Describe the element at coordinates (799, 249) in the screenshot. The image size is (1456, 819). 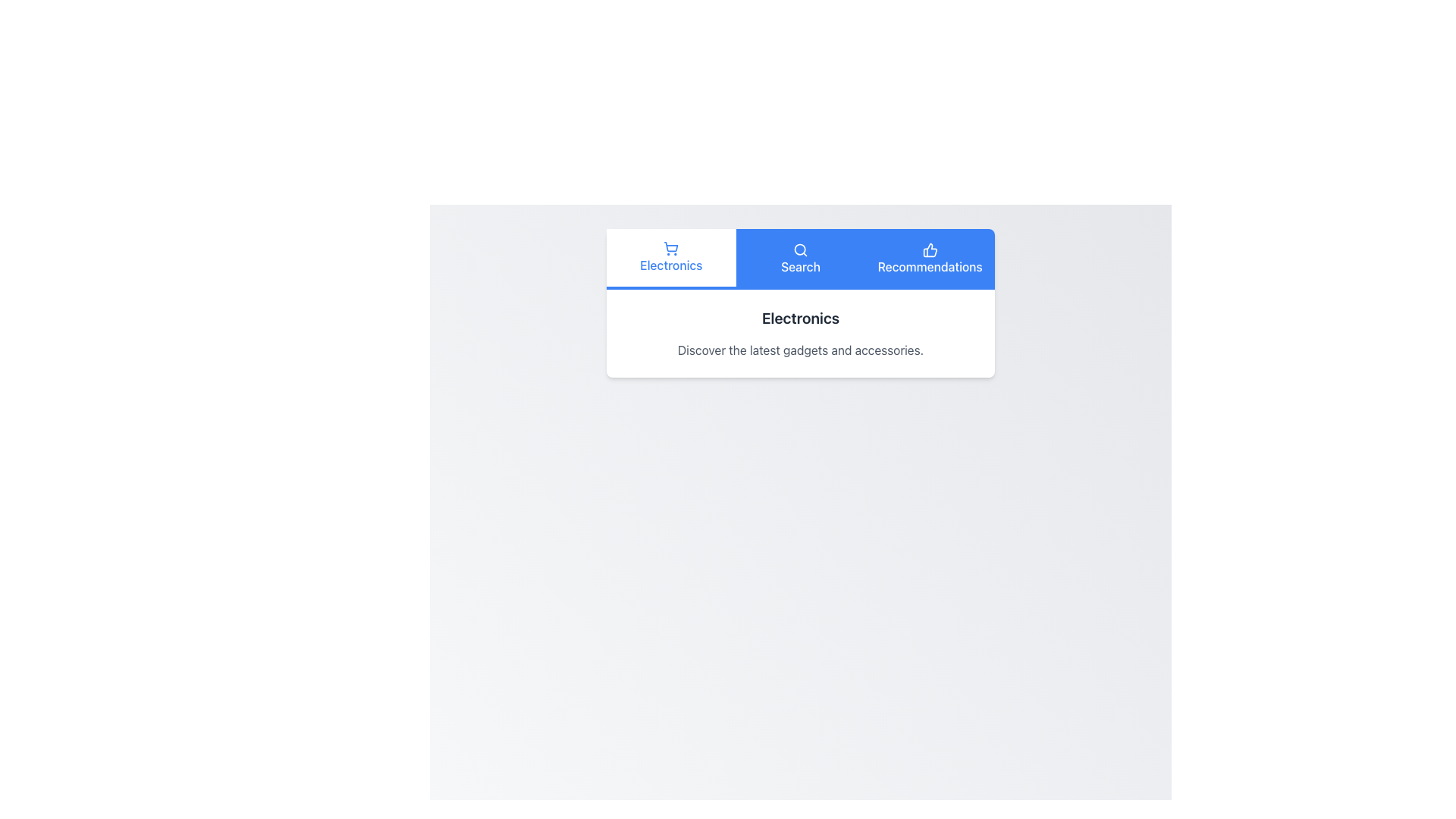
I see `the decorative circular component that is part of the Search button's icon, specifically representing the outer circular frame of the magnifying glass` at that location.